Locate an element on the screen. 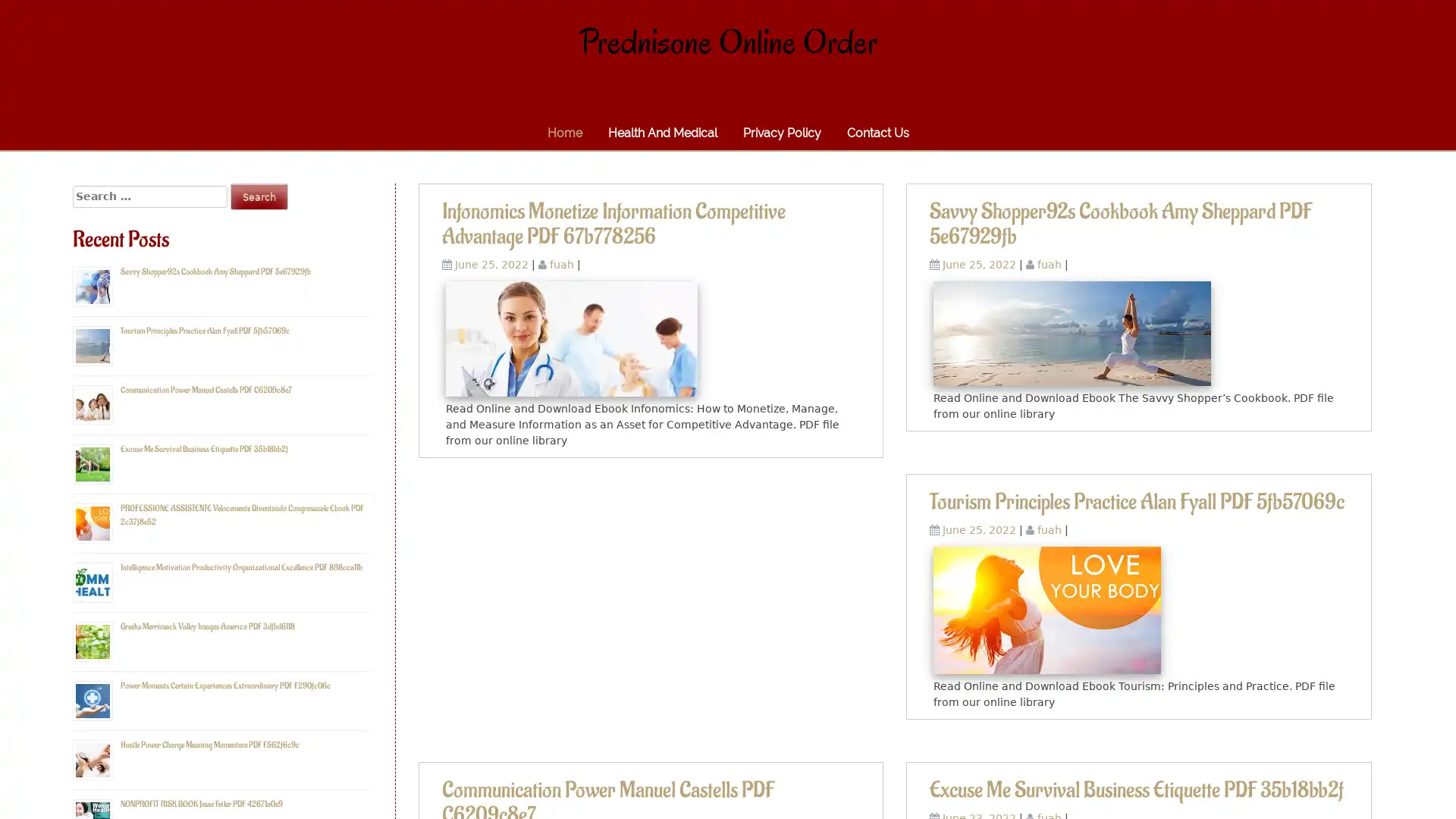  Search is located at coordinates (259, 196).